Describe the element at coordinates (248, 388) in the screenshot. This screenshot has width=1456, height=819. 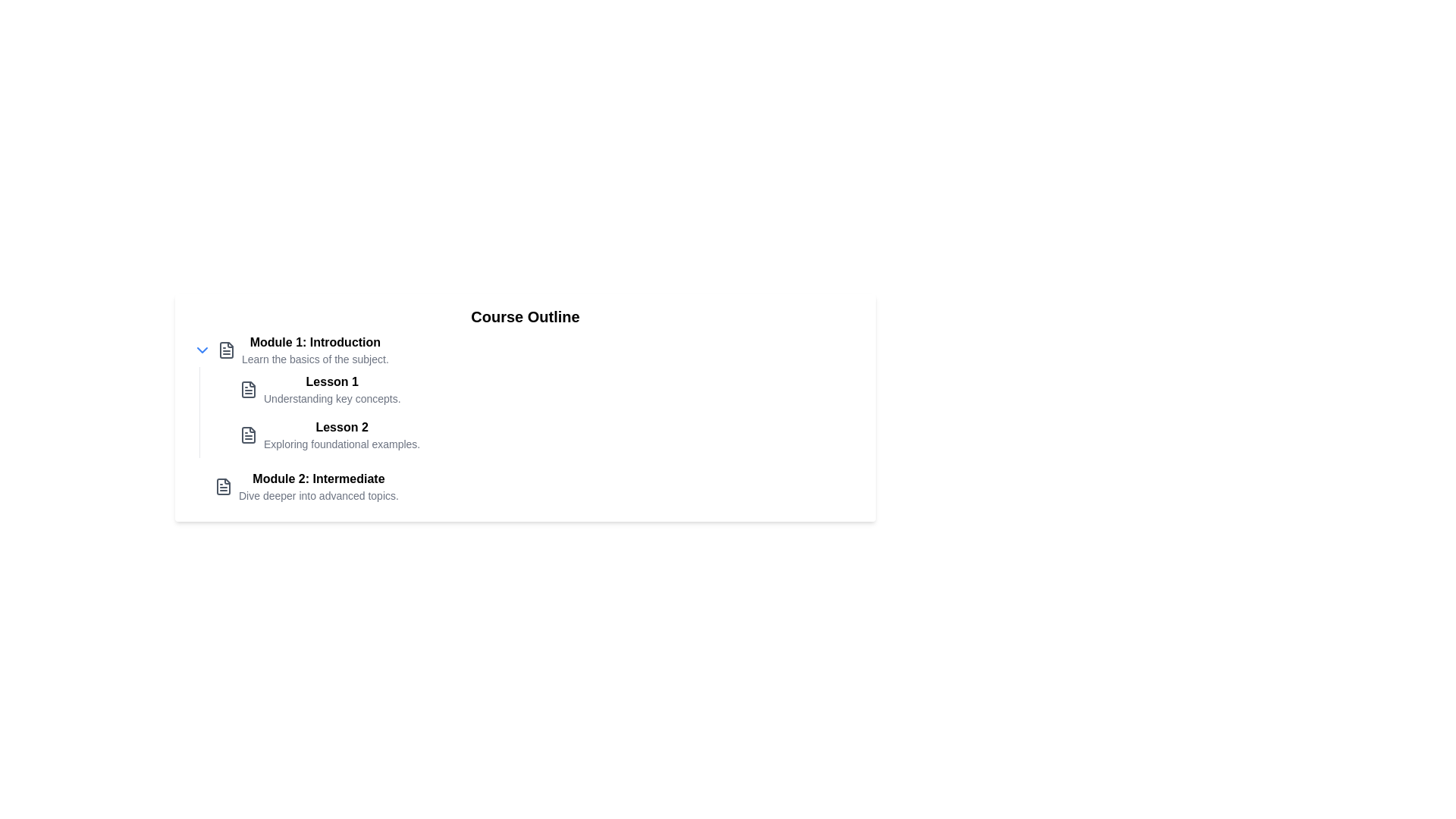
I see `the content associated with the document-shaped icon located in the middle-left of the user interface, near the 'Lesson 2' text` at that location.